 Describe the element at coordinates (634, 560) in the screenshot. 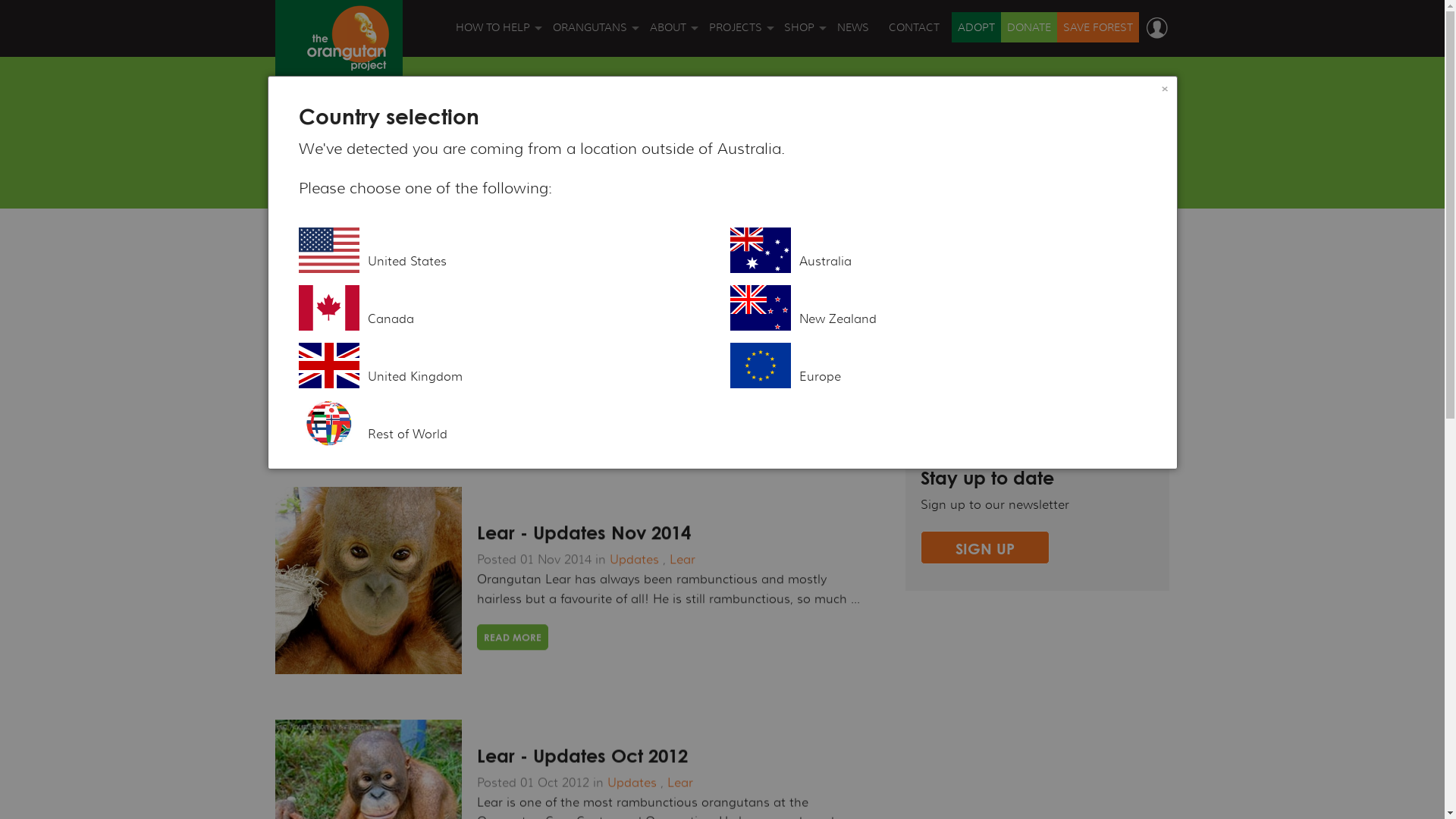

I see `'Updates'` at that location.